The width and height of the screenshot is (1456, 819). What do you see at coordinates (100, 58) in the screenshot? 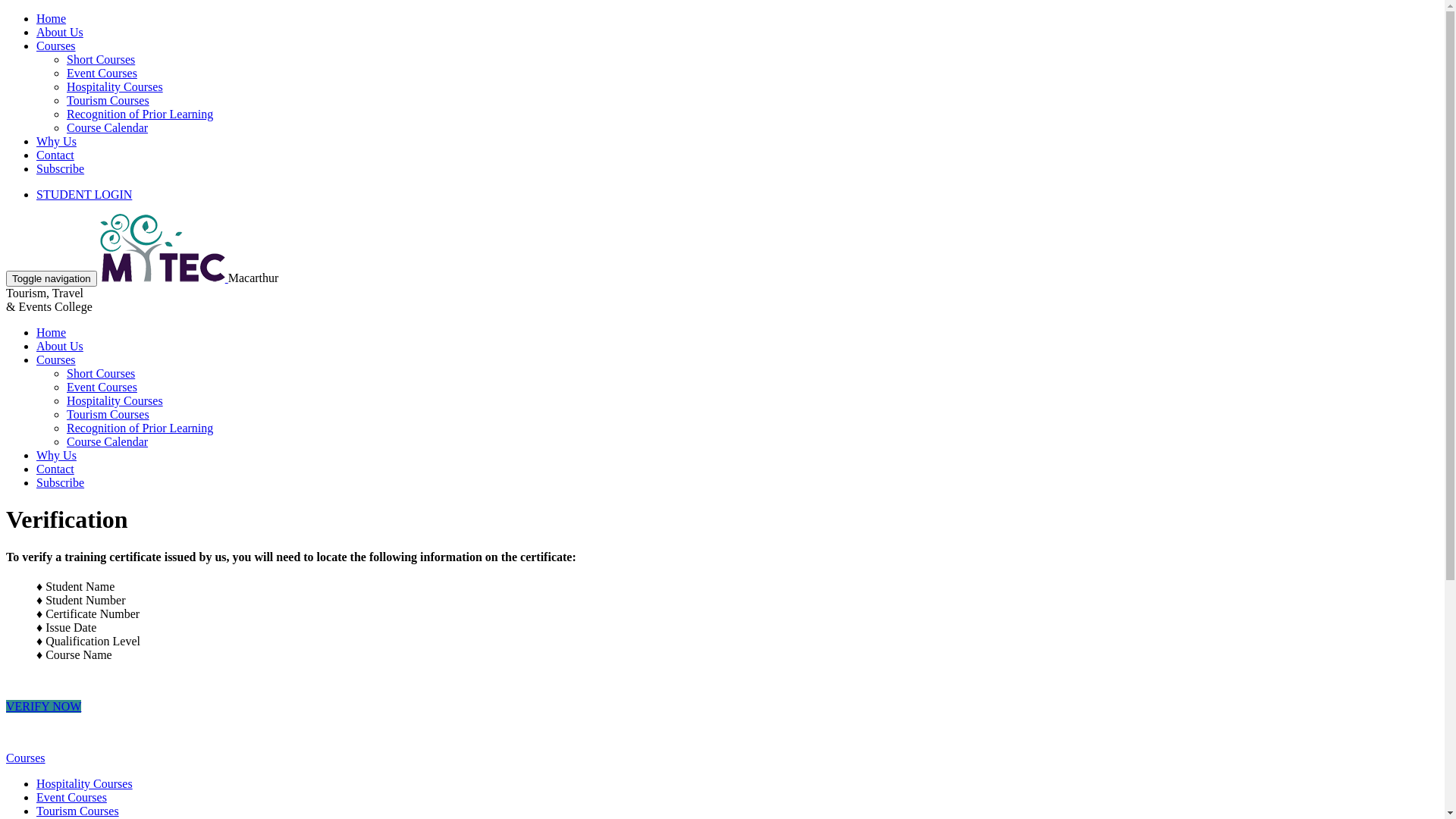
I see `'Short Courses'` at bounding box center [100, 58].